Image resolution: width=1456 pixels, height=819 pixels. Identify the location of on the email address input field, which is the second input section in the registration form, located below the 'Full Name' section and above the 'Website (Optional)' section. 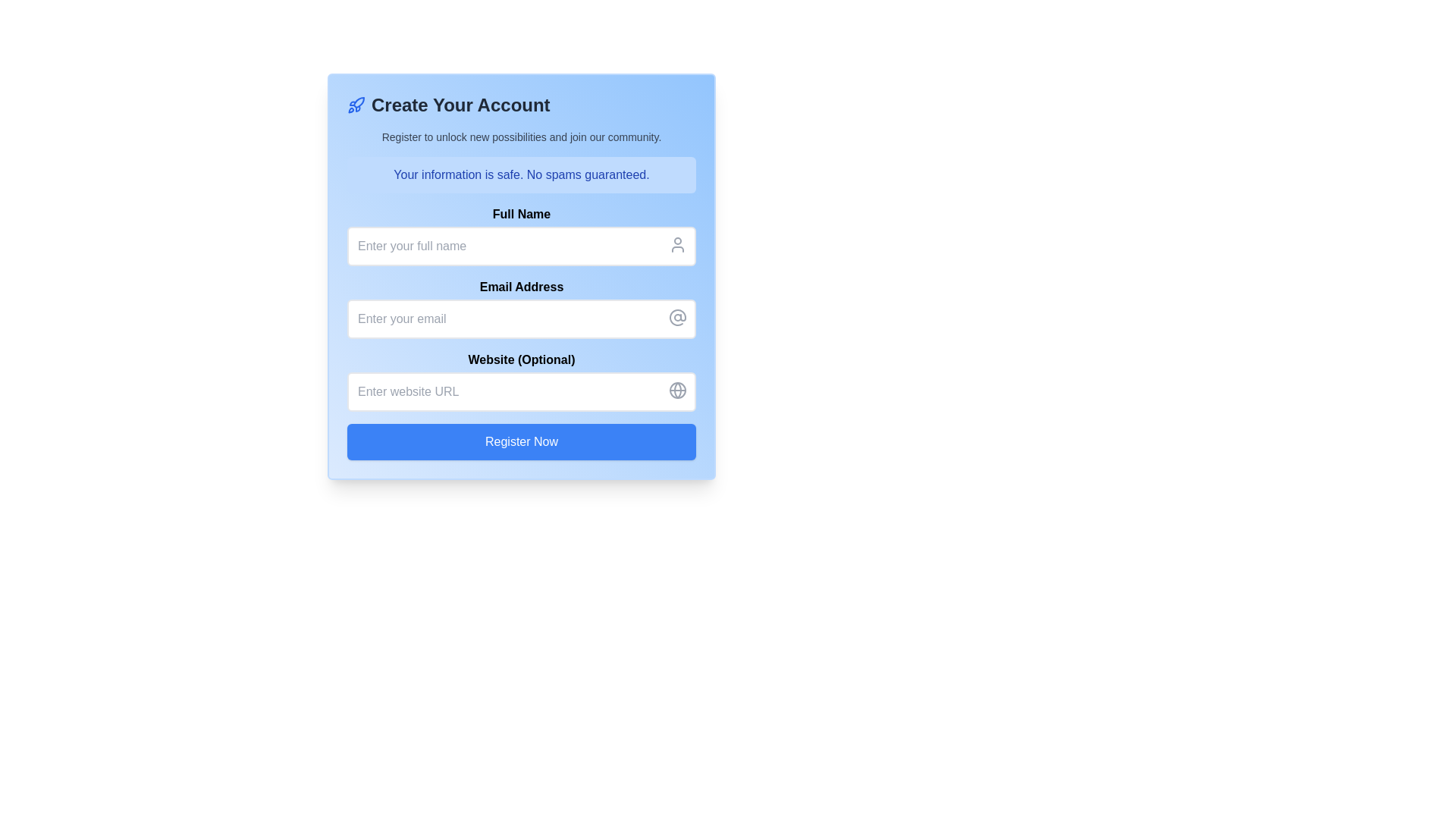
(521, 308).